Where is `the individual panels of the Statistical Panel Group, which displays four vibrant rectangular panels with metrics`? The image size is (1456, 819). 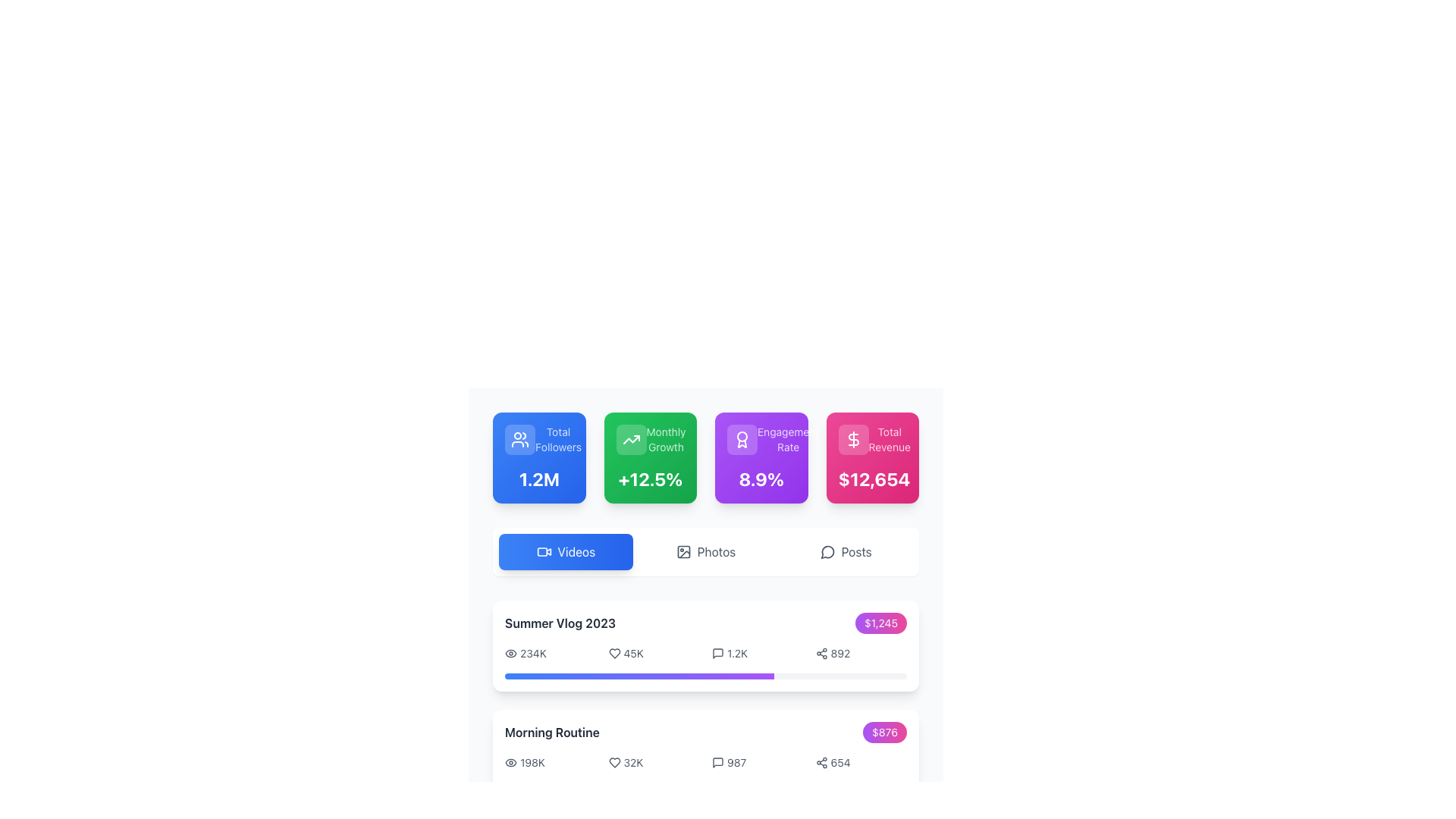
the individual panels of the Statistical Panel Group, which displays four vibrant rectangular panels with metrics is located at coordinates (705, 457).